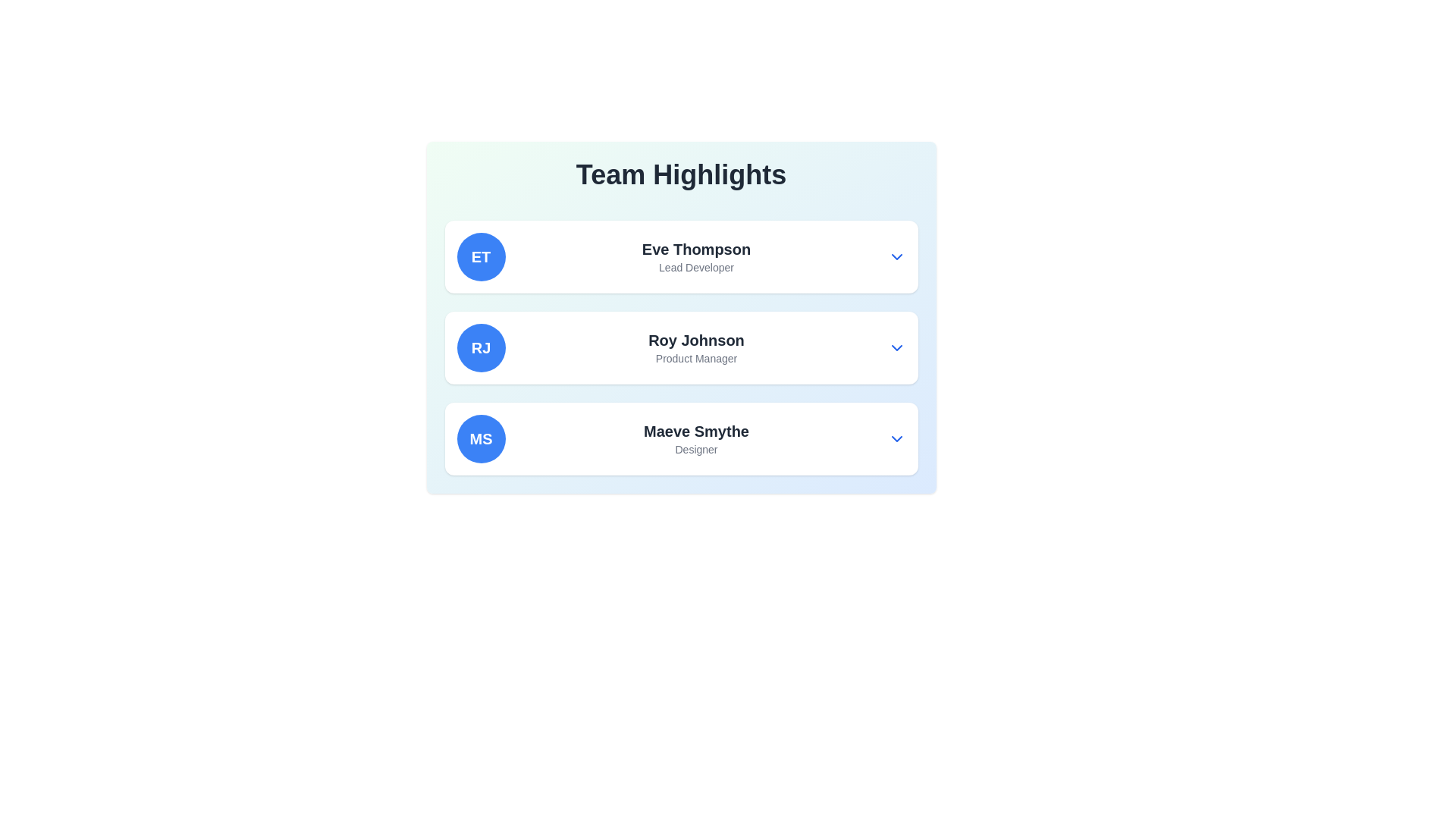 The width and height of the screenshot is (1456, 819). I want to click on the Text Display component that shows the name and role of Eve Thompson in the Team Highlights section, which is centrally positioned under the first card, so click(695, 256).